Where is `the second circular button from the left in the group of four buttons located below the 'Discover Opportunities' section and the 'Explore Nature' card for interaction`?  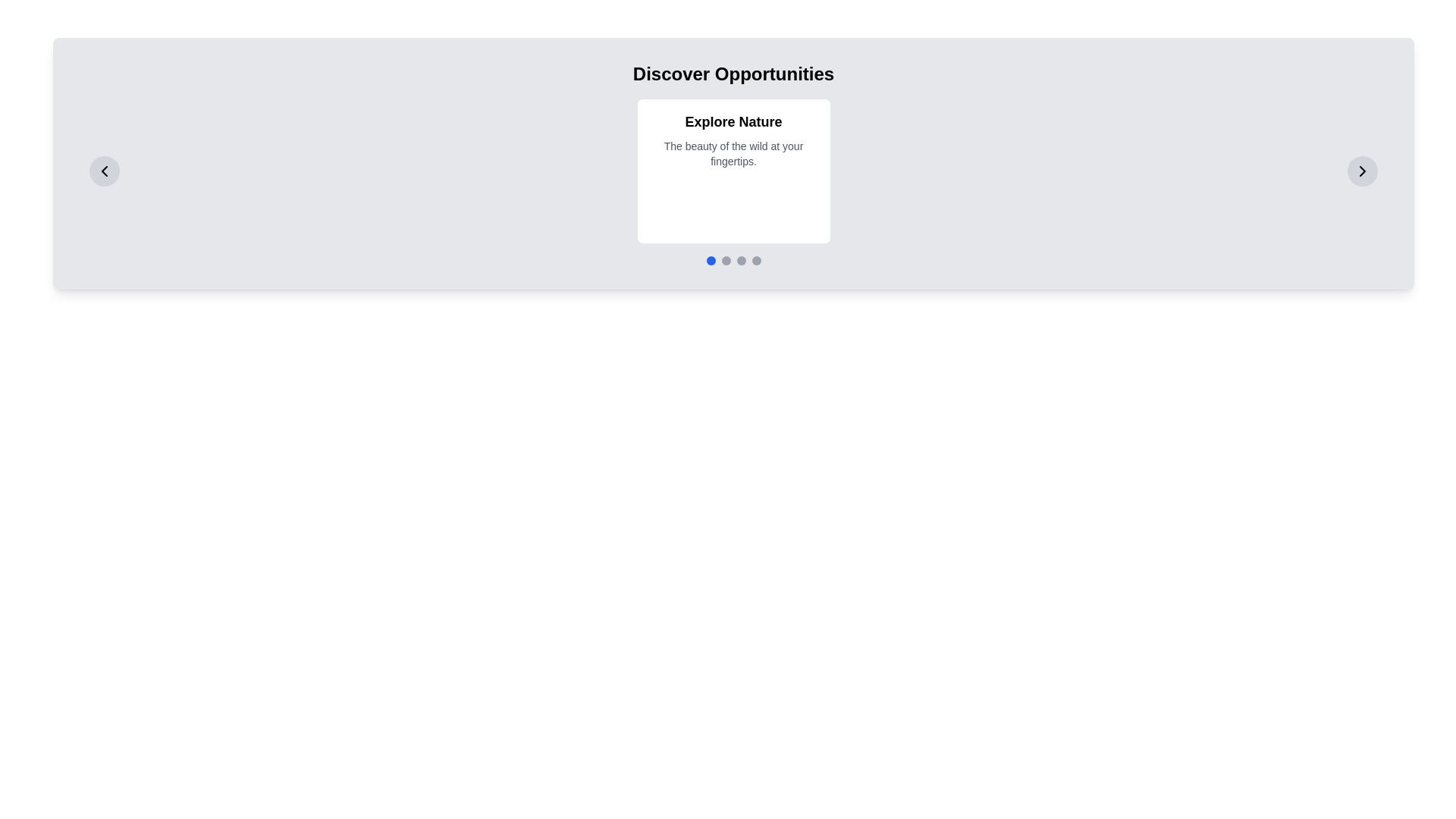
the second circular button from the left in the group of four buttons located below the 'Discover Opportunities' section and the 'Explore Nature' card for interaction is located at coordinates (725, 259).